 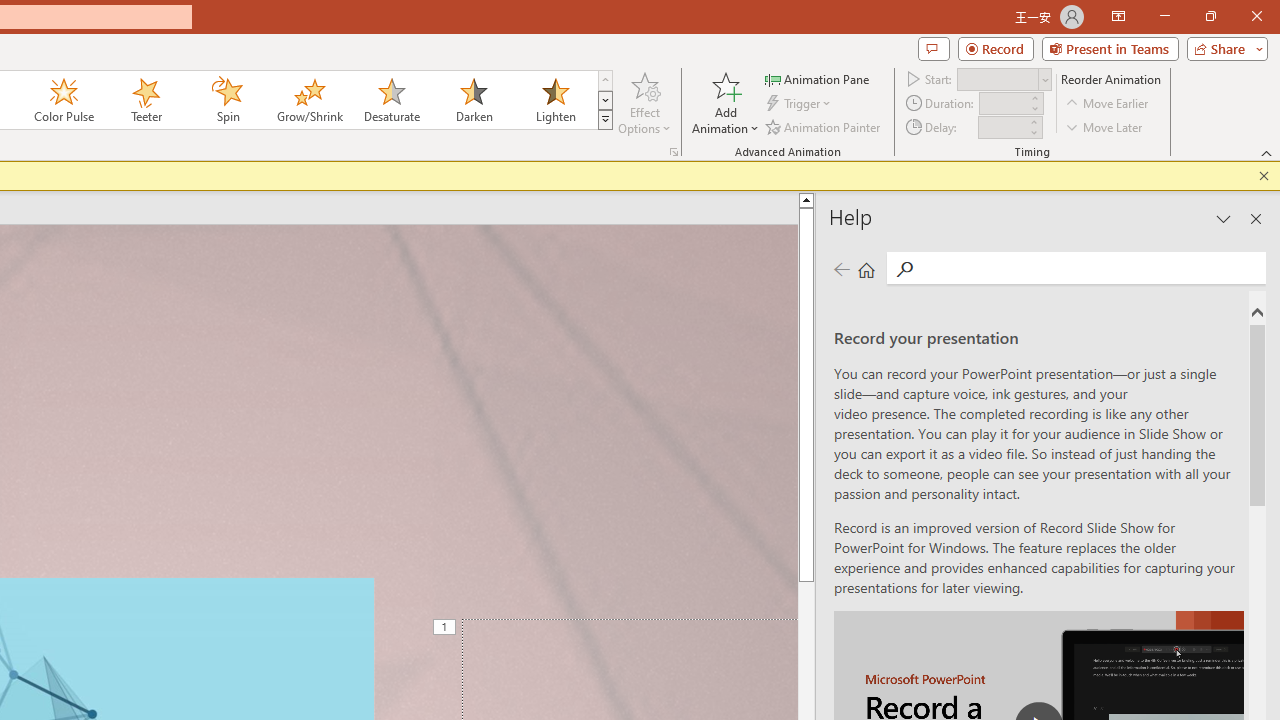 What do you see at coordinates (445, 627) in the screenshot?
I see `'Animation, sequence 1, on Title 1'` at bounding box center [445, 627].